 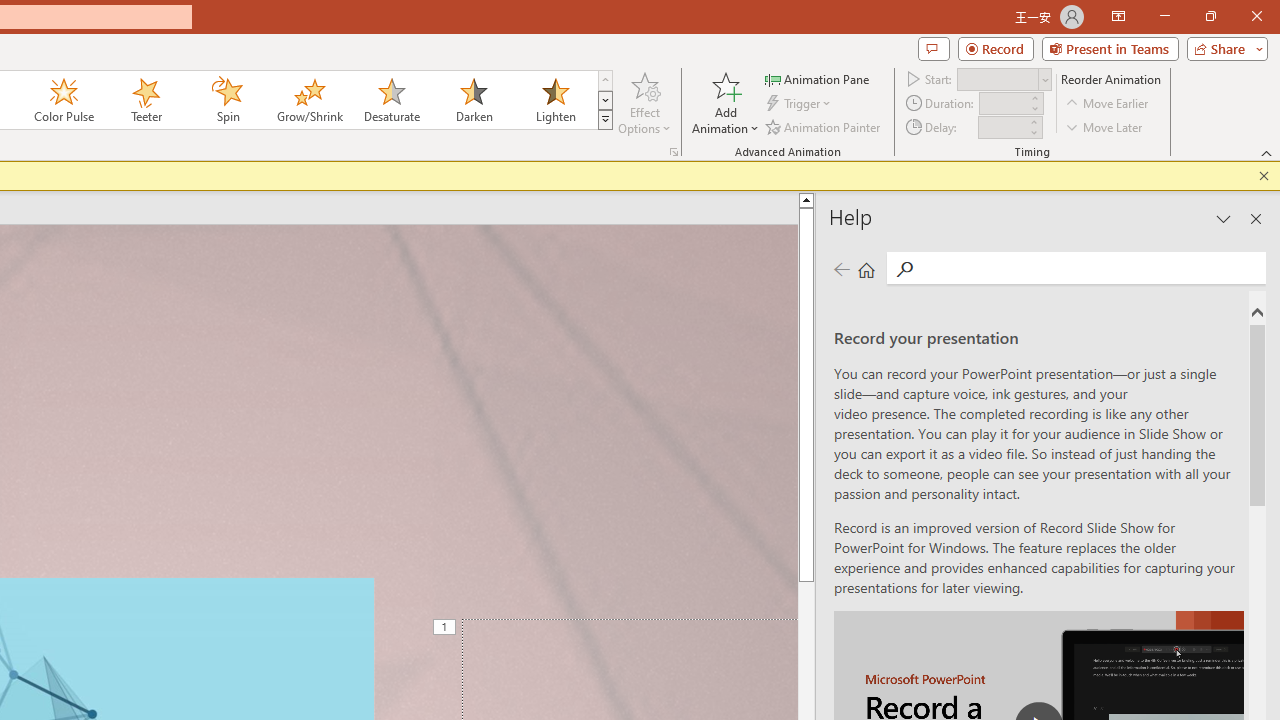 What do you see at coordinates (445, 627) in the screenshot?
I see `'Animation, sequence 1, on Title 1'` at bounding box center [445, 627].